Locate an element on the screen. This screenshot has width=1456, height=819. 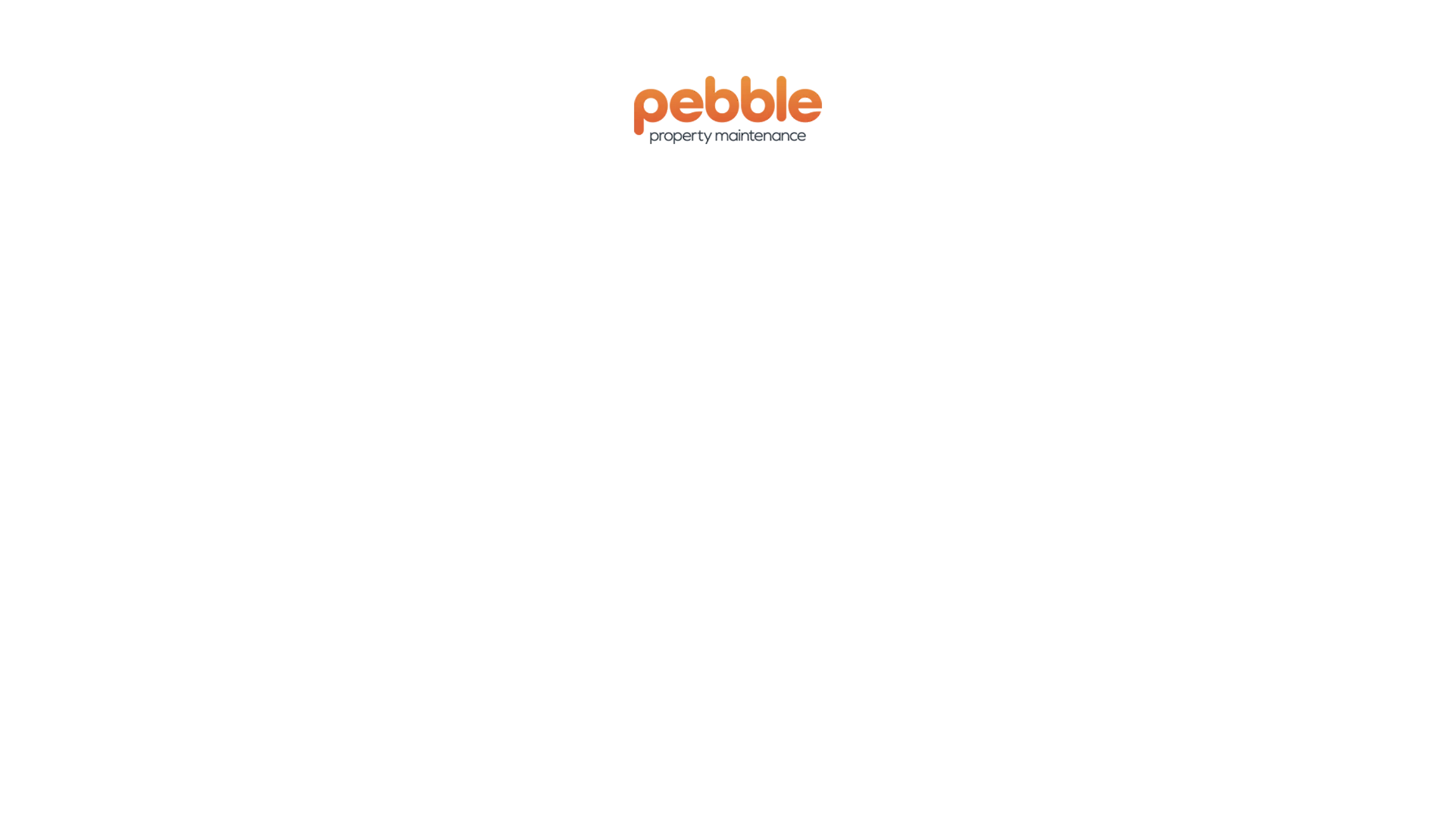
'Property maintenance & handyman services Sunshine Coast' is located at coordinates (728, 109).